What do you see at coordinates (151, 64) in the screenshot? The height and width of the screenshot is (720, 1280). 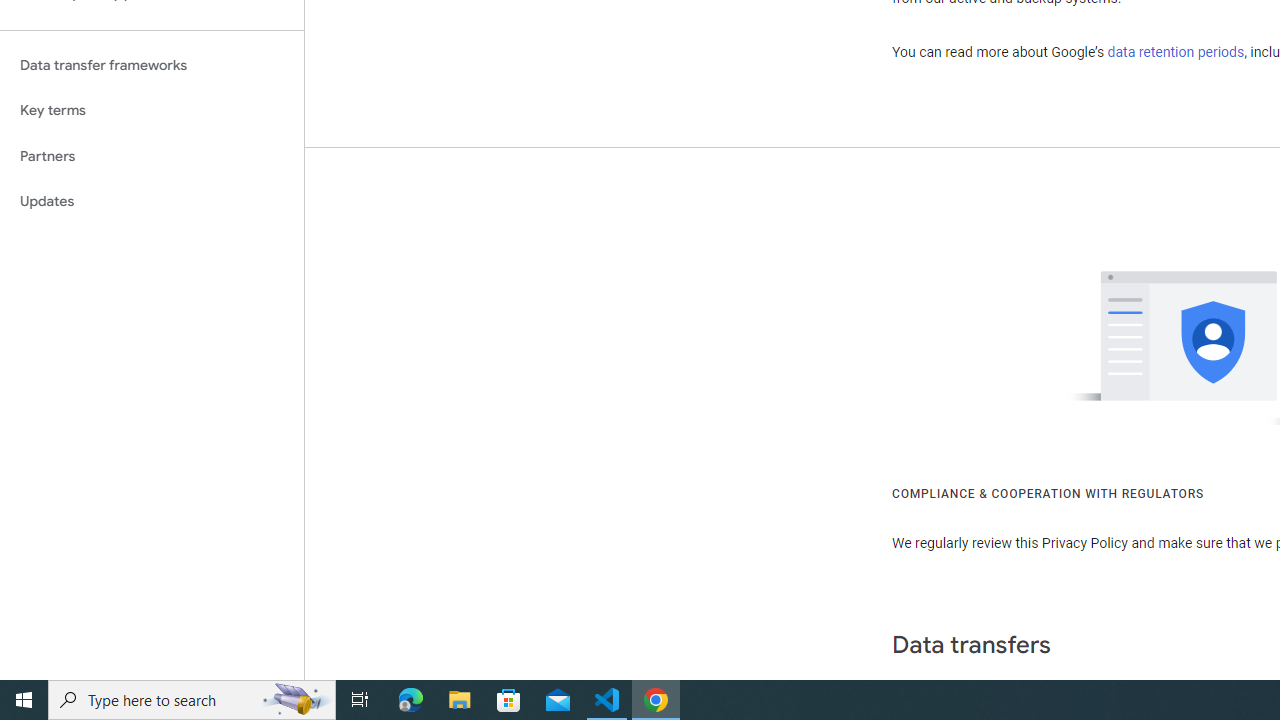 I see `'Data transfer frameworks'` at bounding box center [151, 64].